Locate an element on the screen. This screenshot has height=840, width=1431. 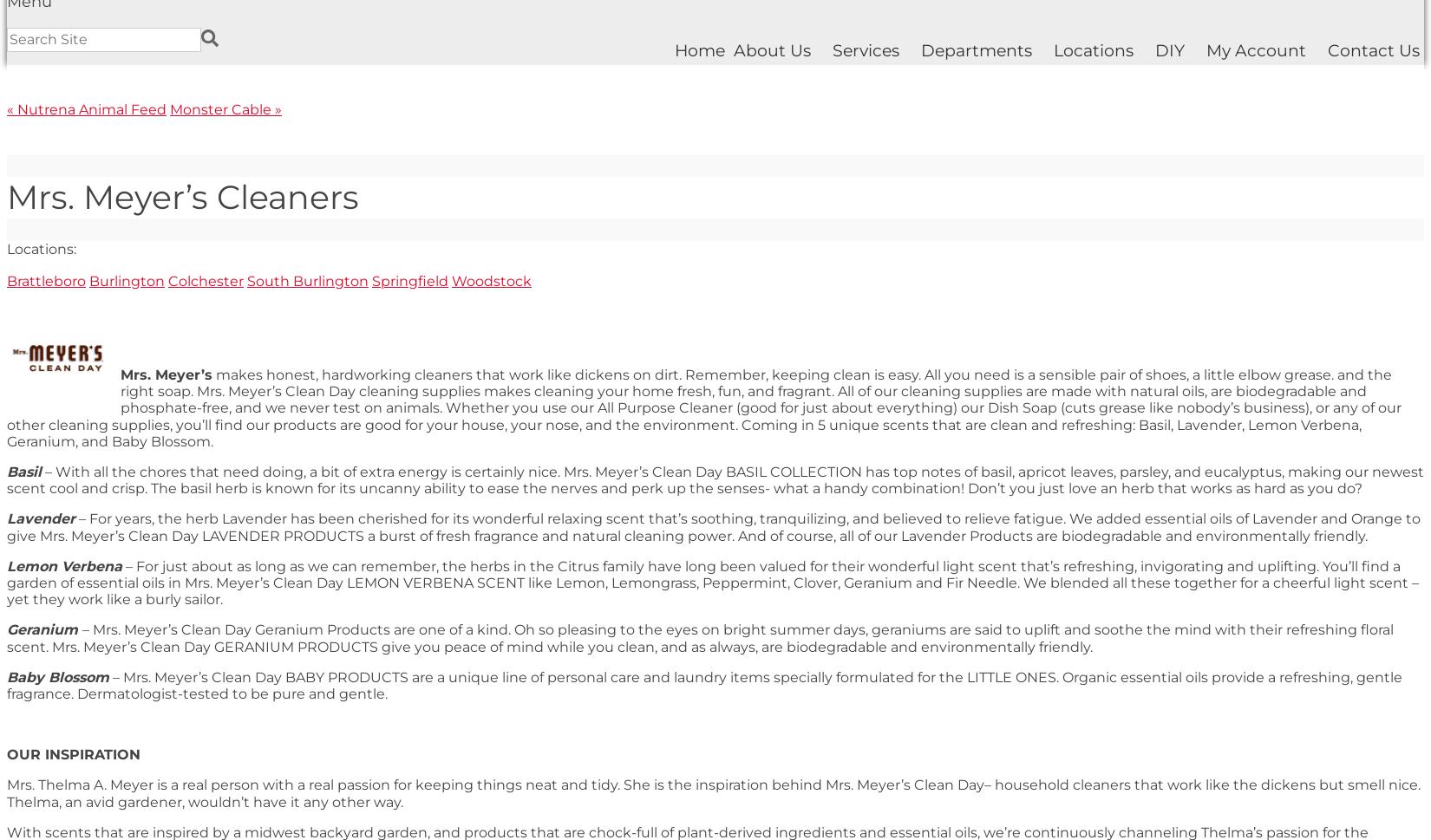
'Our products are specifically formulated to be safe for use in and around the home with family, children and pets.' is located at coordinates (484, 527).